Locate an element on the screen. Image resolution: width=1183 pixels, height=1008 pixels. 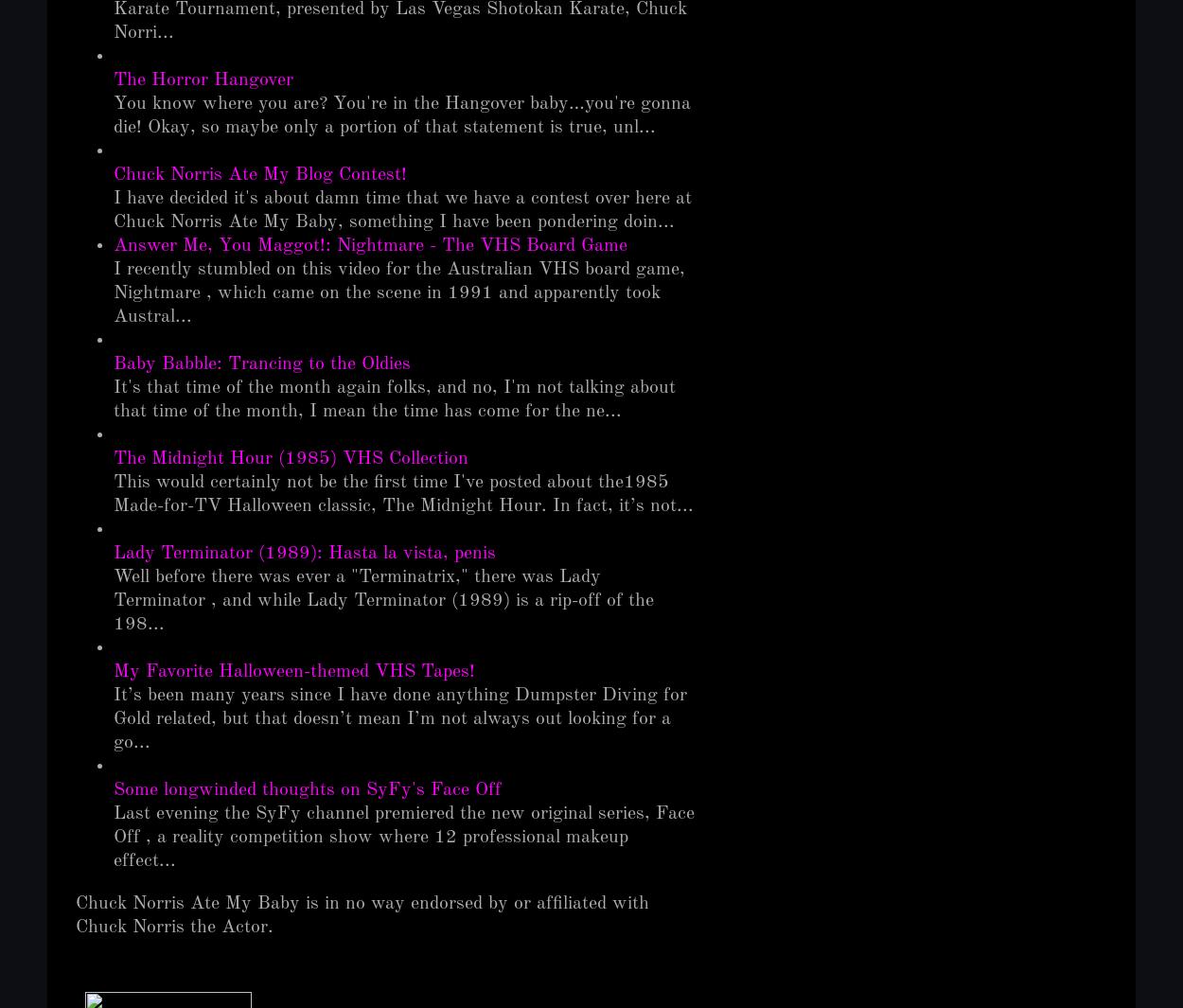
'I recently stumbled on this video for the Australian VHS board game, Nightmare , which came on the scene in 1991 and apparently took Austral...' is located at coordinates (399, 291).